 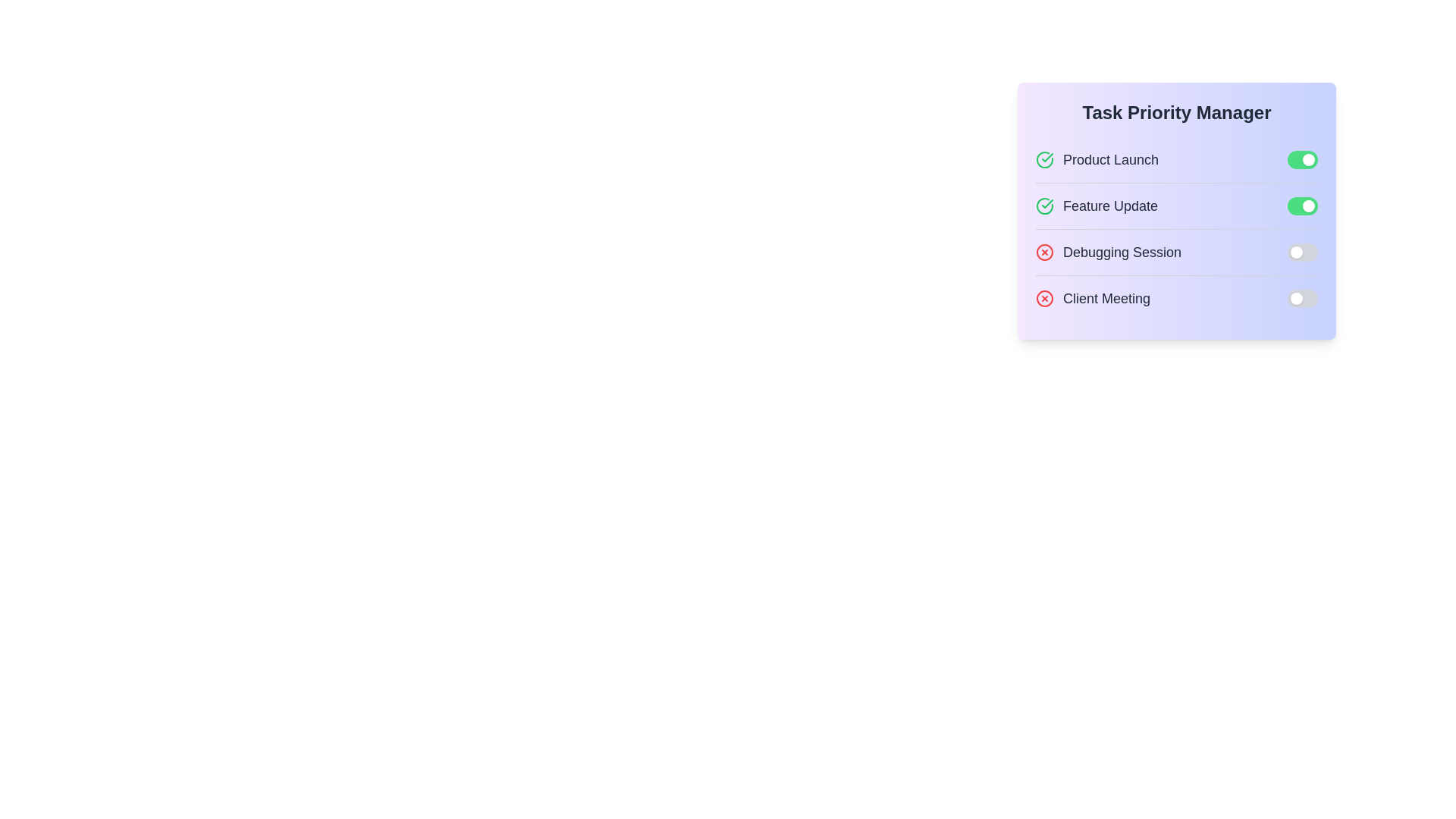 I want to click on the task with title Client Meeting, so click(x=1092, y=298).